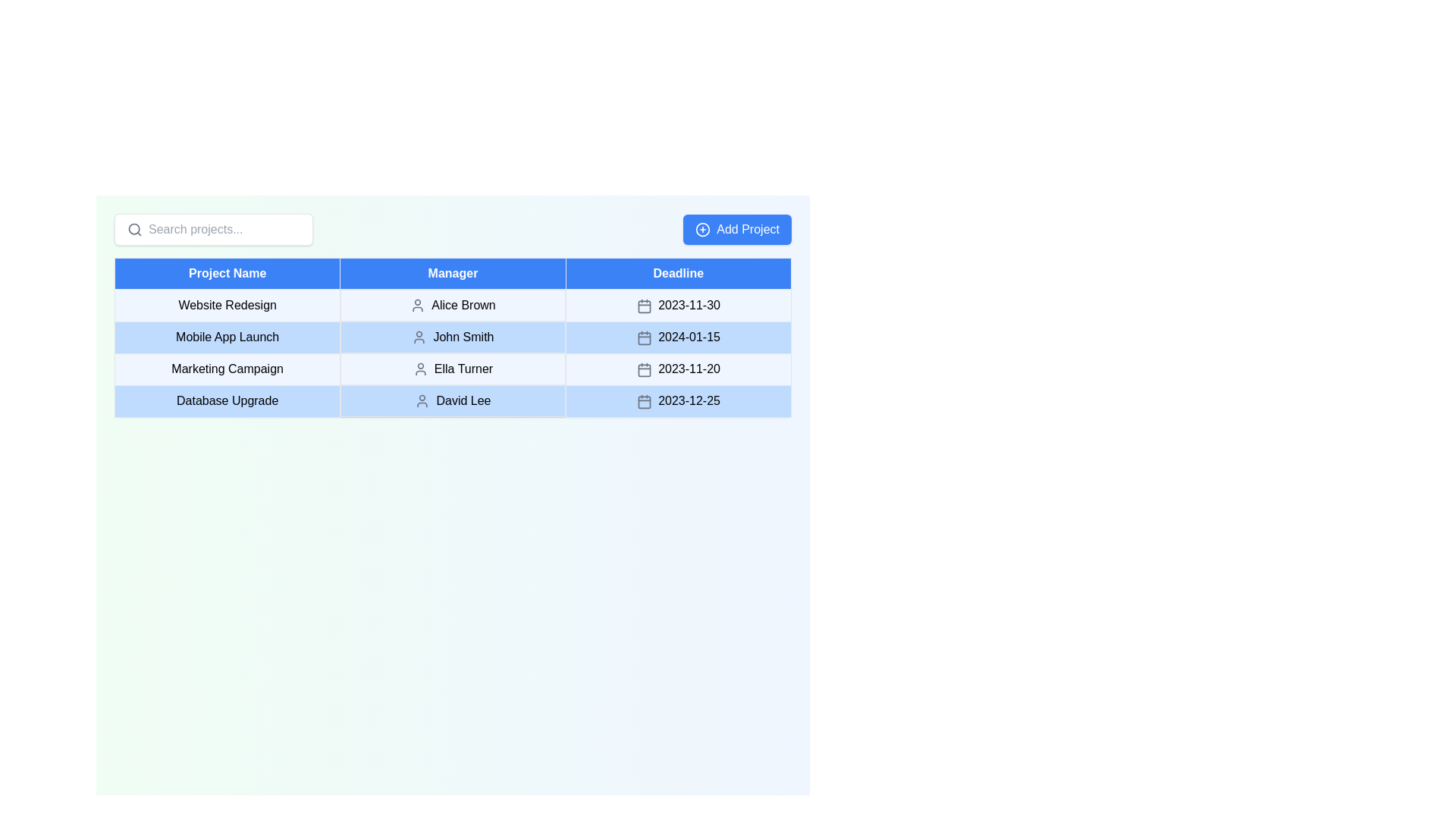 The height and width of the screenshot is (819, 1456). What do you see at coordinates (452, 336) in the screenshot?
I see `the non-interactive text label identifying the manager 'John Smith' for the 'Mobile App Launch' project in the table` at bounding box center [452, 336].